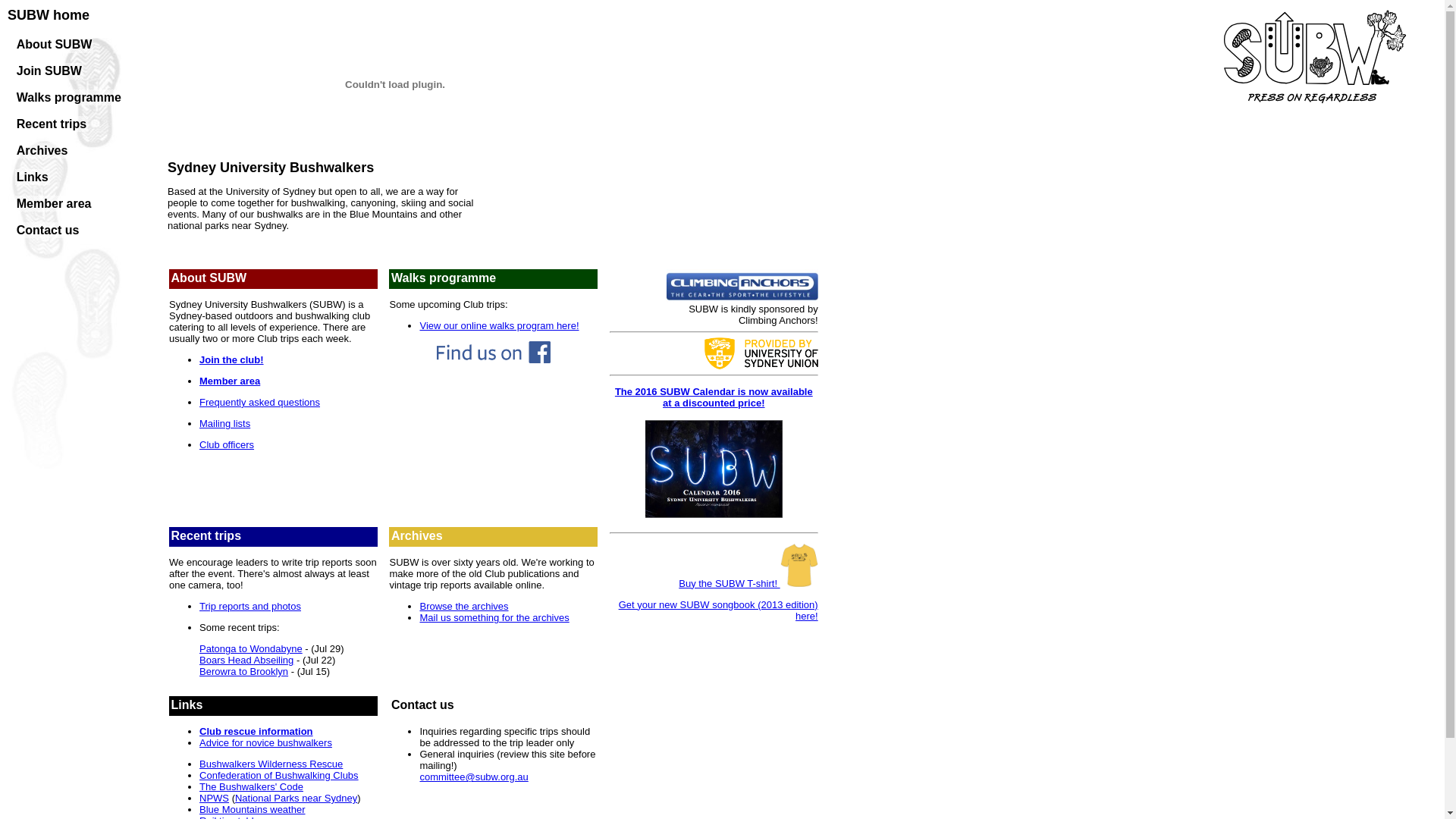  I want to click on 'Mail us something for the archives', so click(494, 617).